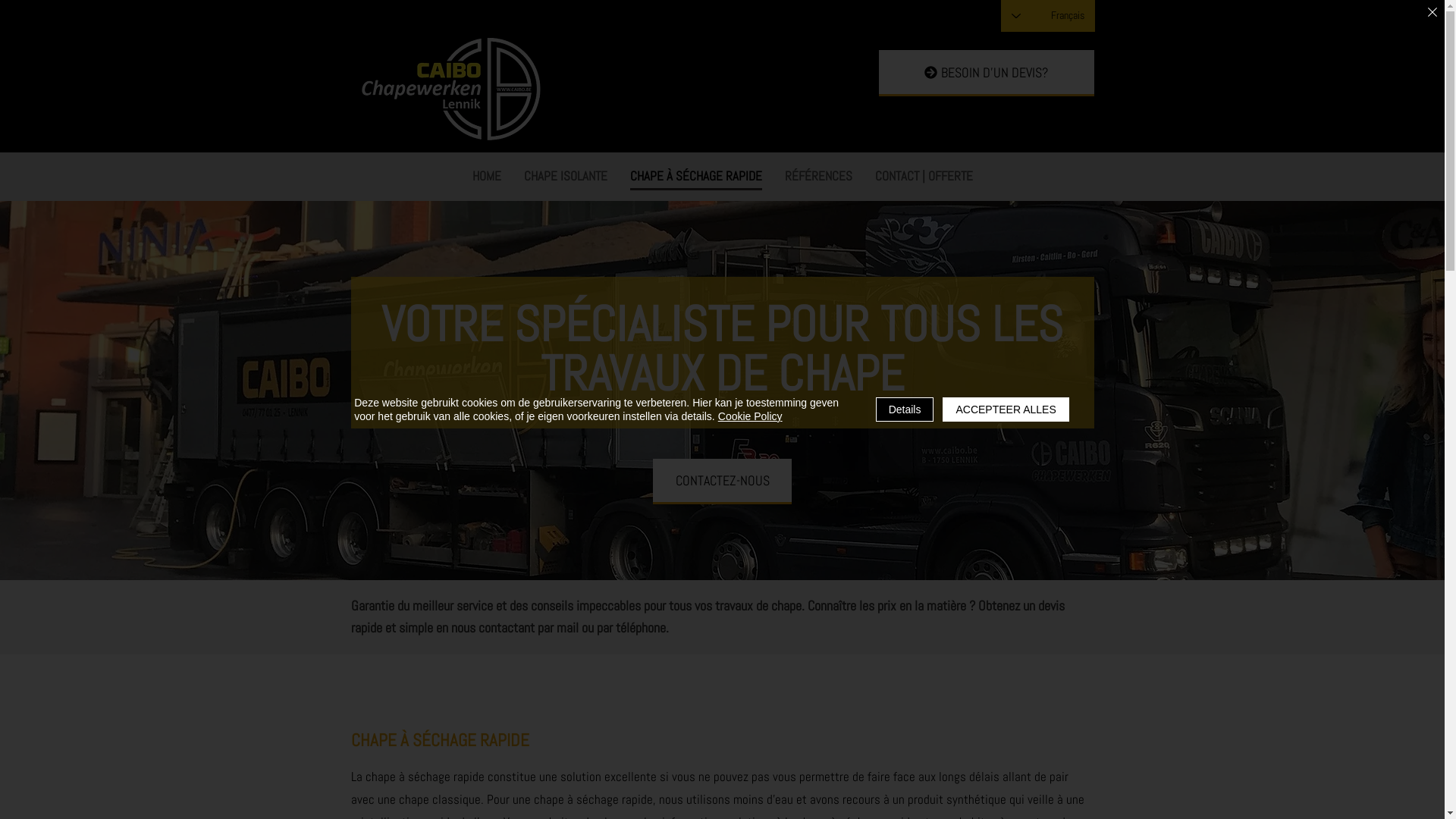 The width and height of the screenshot is (1456, 819). I want to click on 'CONTACTEZ-NOUS', so click(720, 482).